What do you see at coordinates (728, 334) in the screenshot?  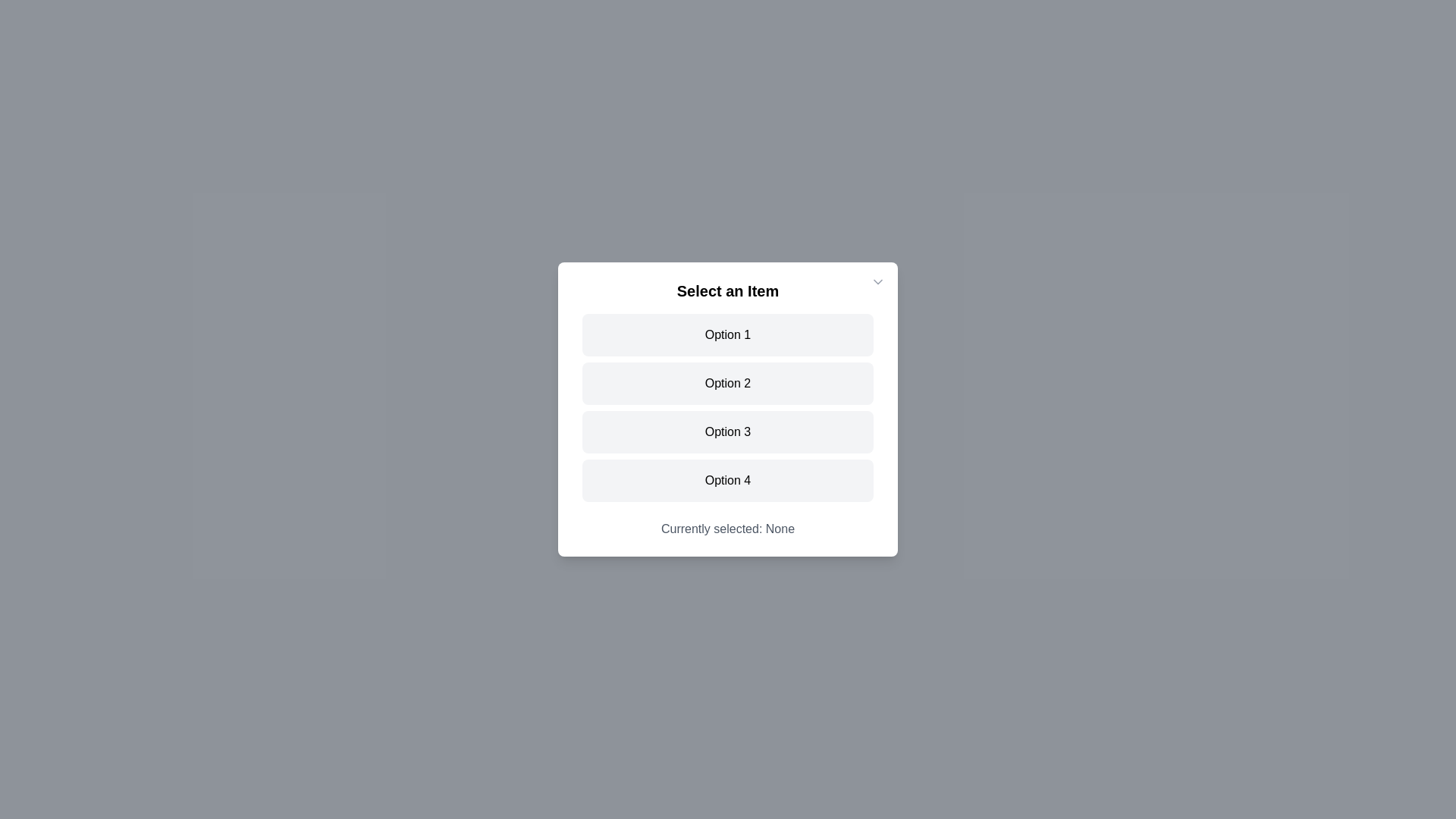 I see `the item Option 1 from the list` at bounding box center [728, 334].